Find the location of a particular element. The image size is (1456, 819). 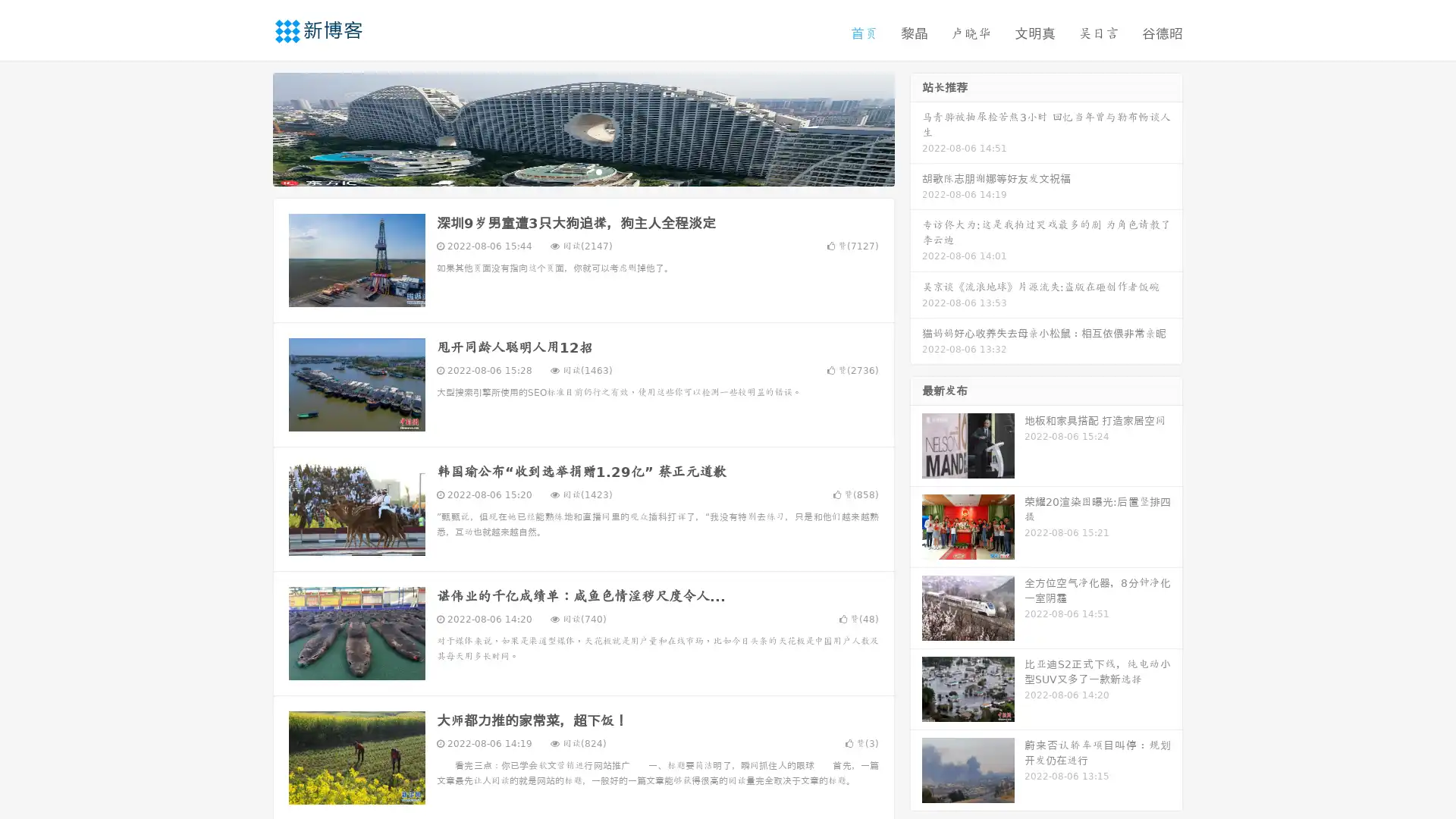

Go to slide 1 is located at coordinates (567, 171).